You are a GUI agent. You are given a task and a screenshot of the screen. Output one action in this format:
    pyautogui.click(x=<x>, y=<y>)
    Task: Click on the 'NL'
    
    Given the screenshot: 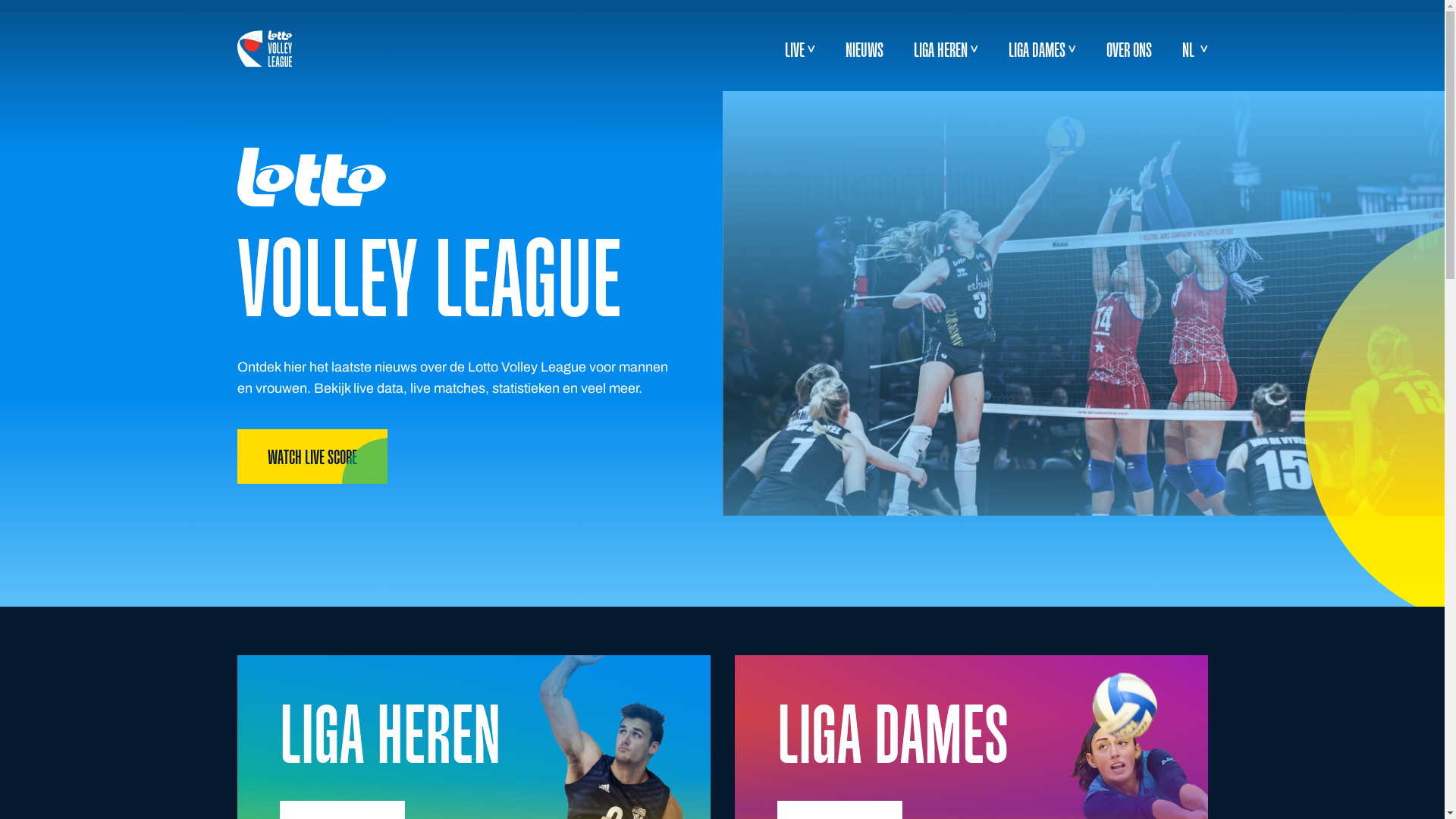 What is the action you would take?
    pyautogui.click(x=1181, y=48)
    